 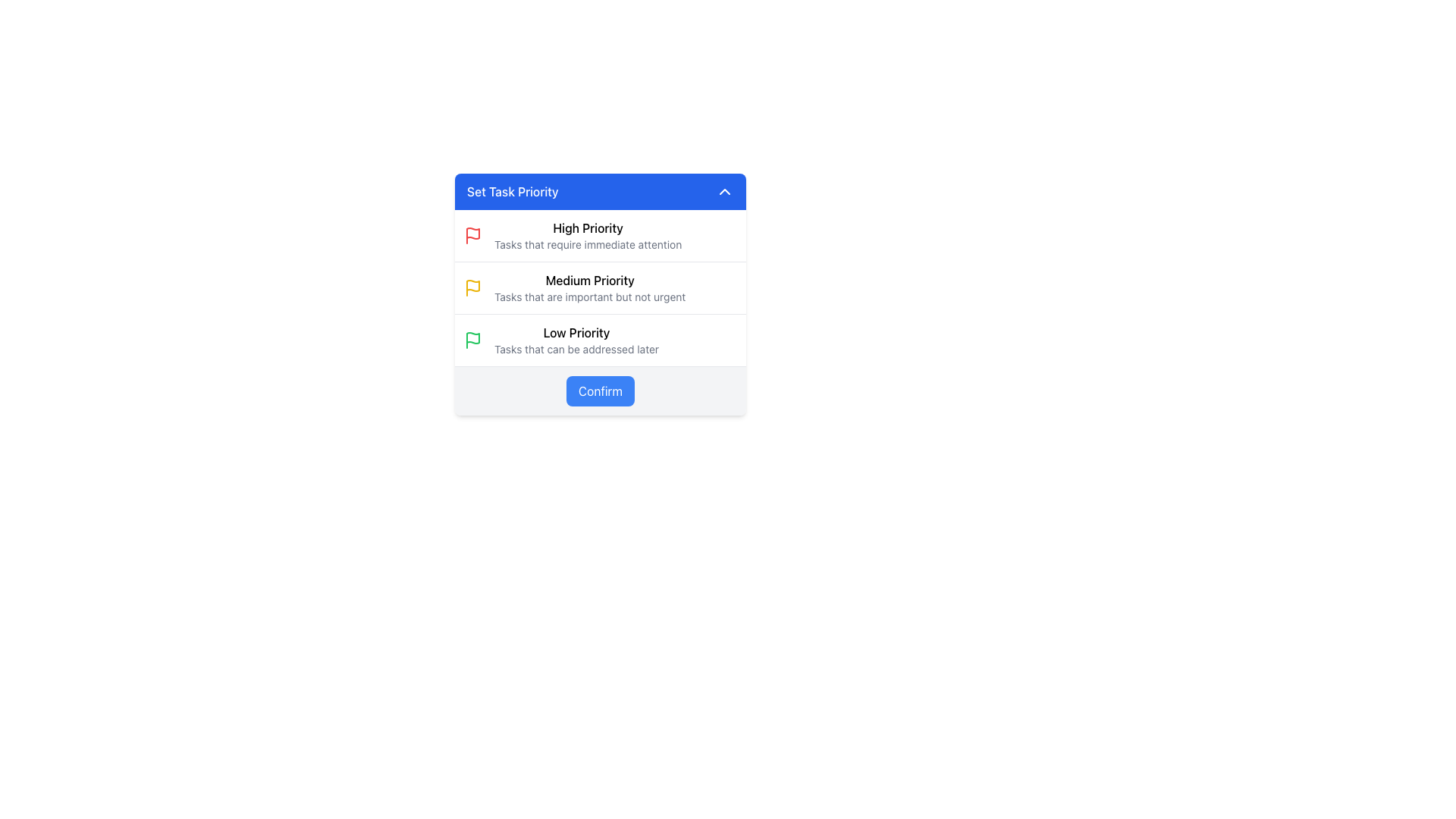 What do you see at coordinates (589, 288) in the screenshot?
I see `the second list item labeled 'Medium Priority' in the 'Set Task Priority' modal` at bounding box center [589, 288].